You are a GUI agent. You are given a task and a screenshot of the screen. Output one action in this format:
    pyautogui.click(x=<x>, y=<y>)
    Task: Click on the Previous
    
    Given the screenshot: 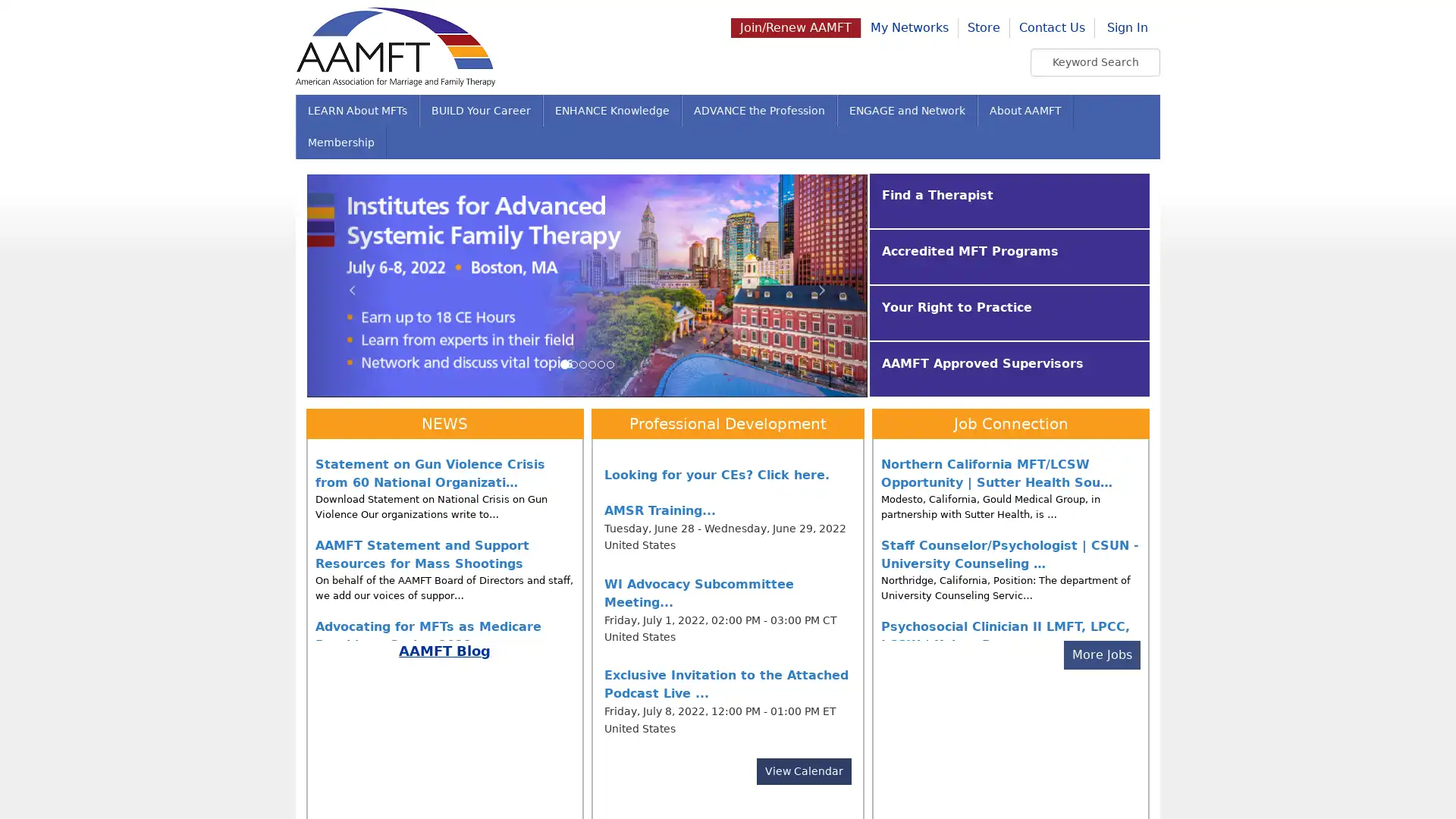 What is the action you would take?
    pyautogui.click(x=348, y=284)
    